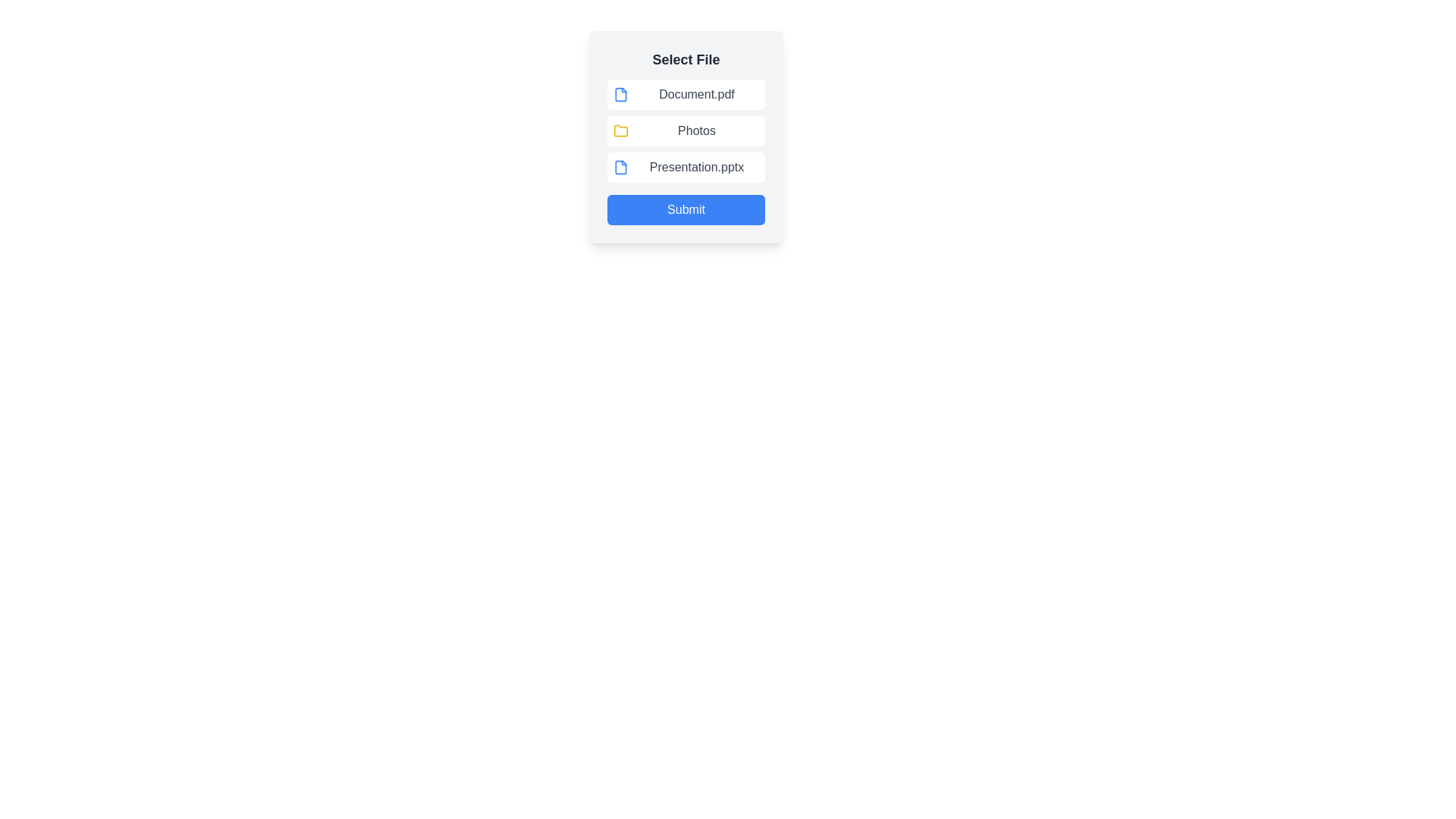 The image size is (1456, 819). I want to click on the interactive option list item for 'Photos' located between 'Document.pdf' and 'Presentation.pptx' under the 'Select File' heading, so click(686, 137).